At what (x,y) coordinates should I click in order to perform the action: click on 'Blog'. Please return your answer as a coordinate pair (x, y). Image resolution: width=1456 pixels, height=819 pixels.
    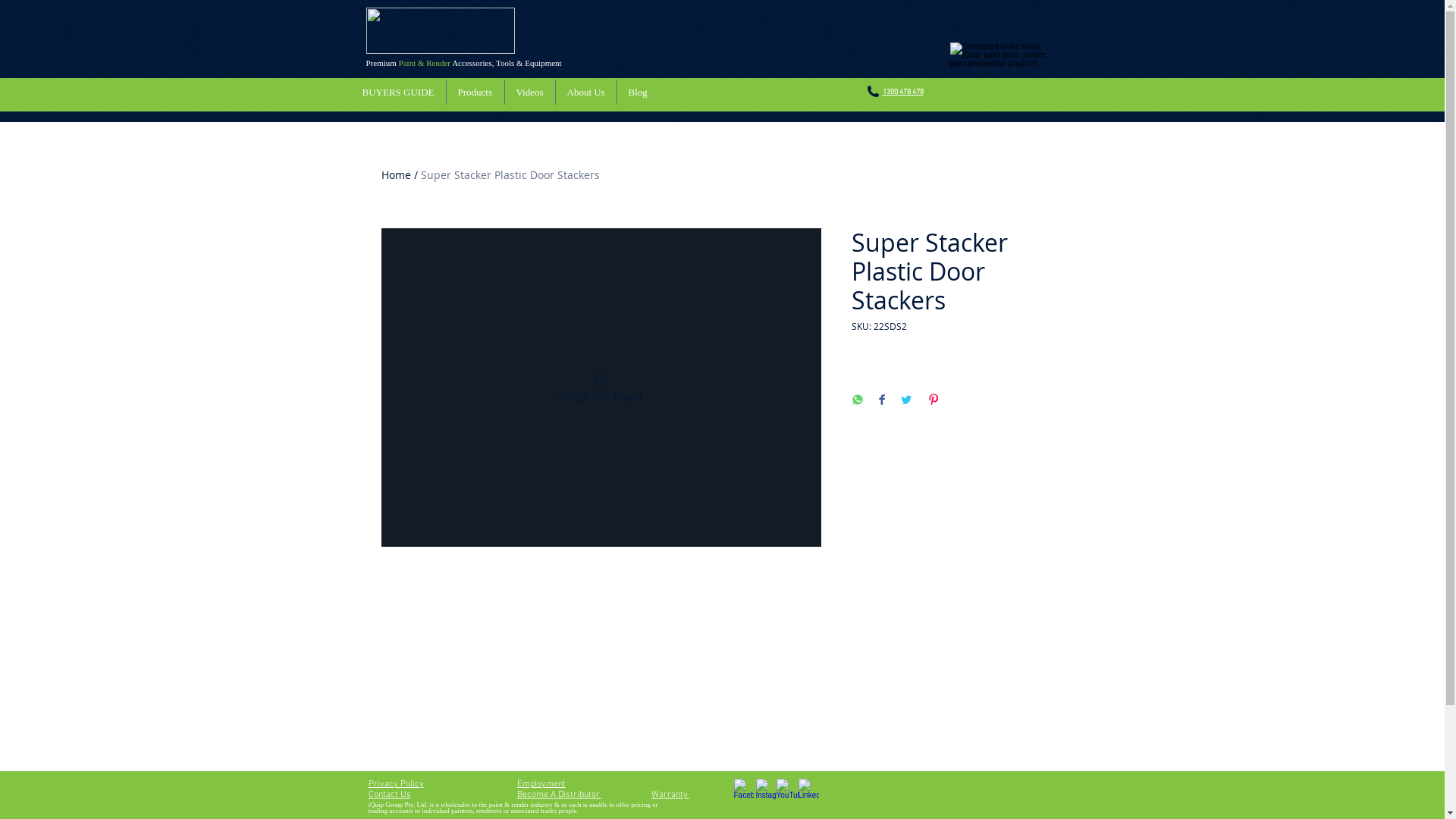
    Looking at the image, I should click on (637, 92).